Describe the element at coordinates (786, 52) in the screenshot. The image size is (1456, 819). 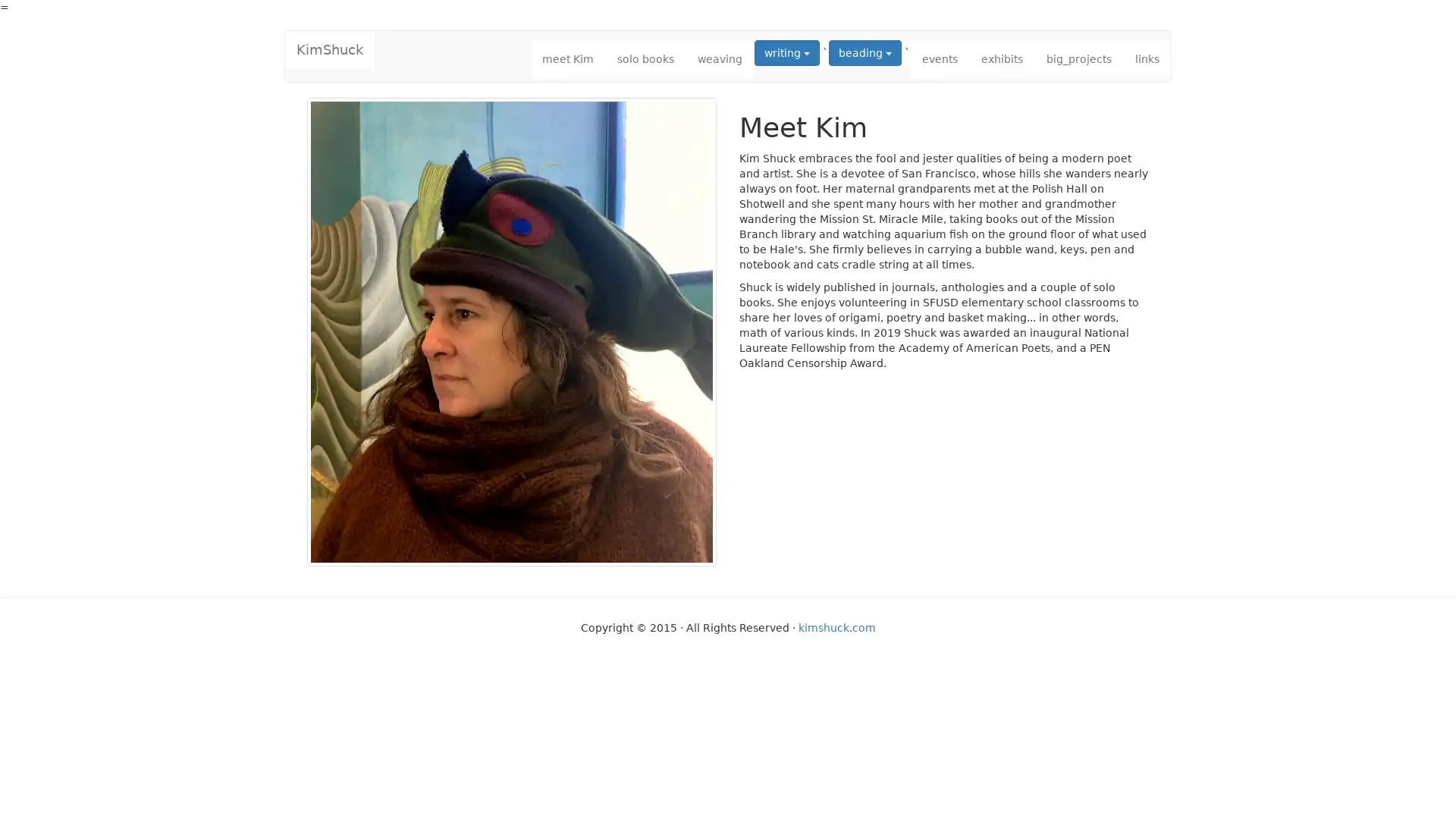
I see `writing` at that location.